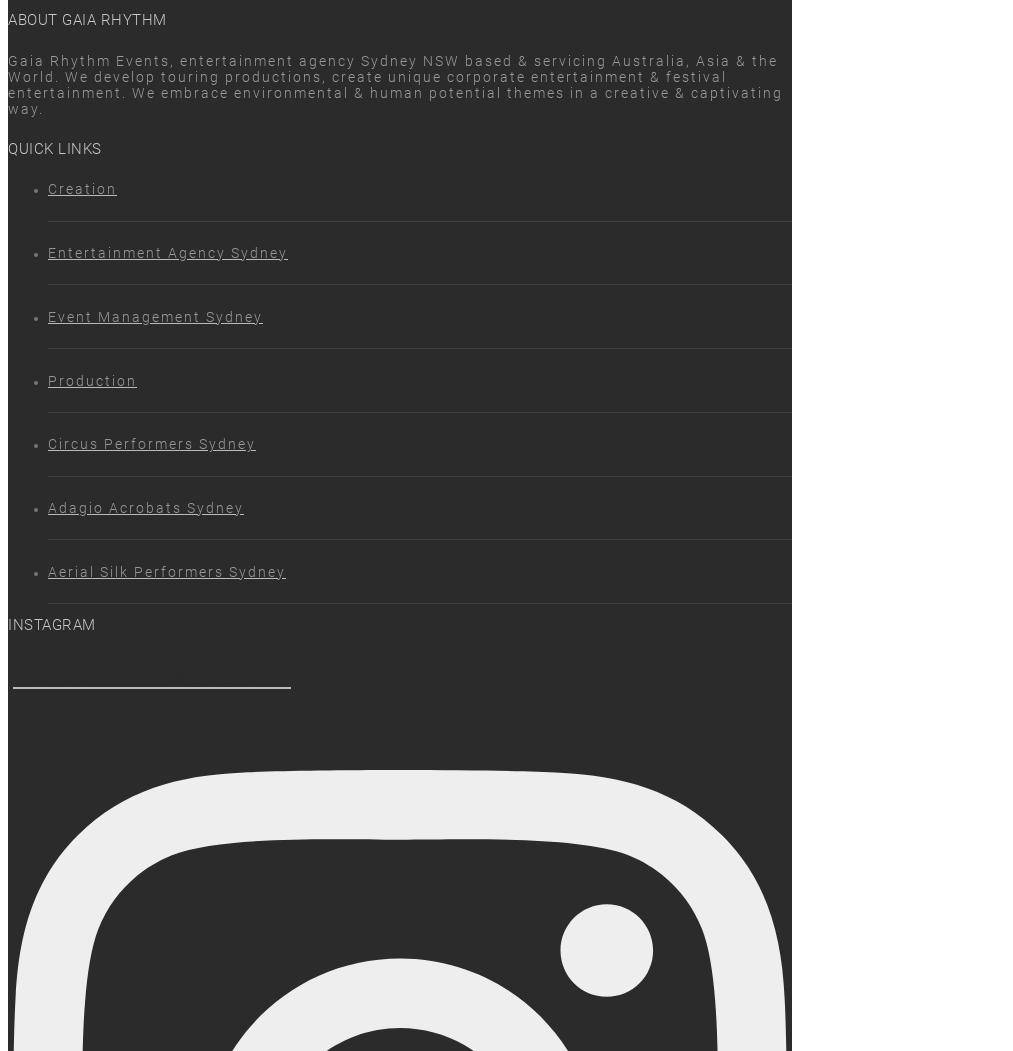  What do you see at coordinates (151, 676) in the screenshot?
I see `'gaiarhythmevents'` at bounding box center [151, 676].